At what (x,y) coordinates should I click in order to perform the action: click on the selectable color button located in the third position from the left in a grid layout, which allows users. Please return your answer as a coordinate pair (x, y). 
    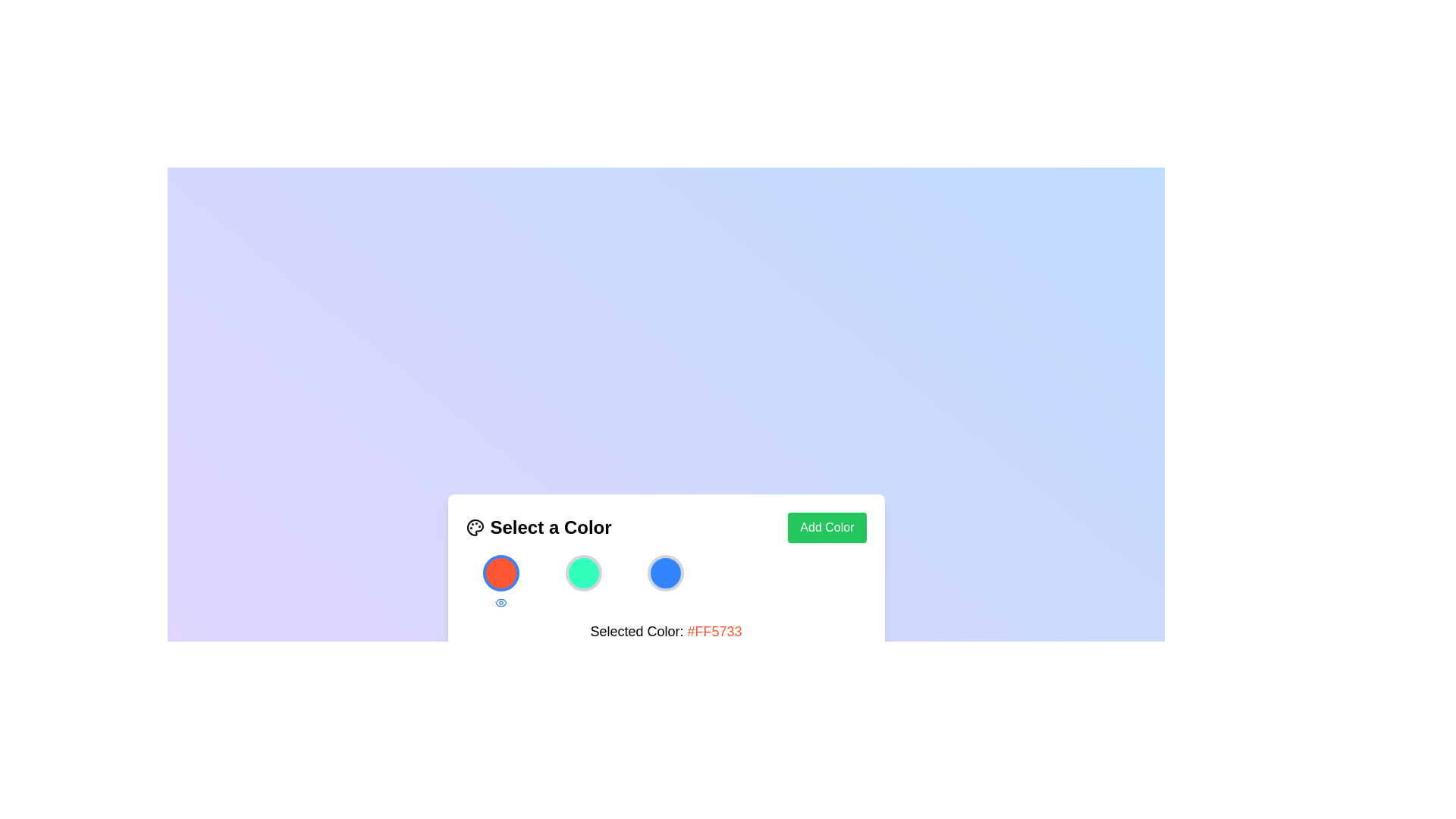
    Looking at the image, I should click on (666, 581).